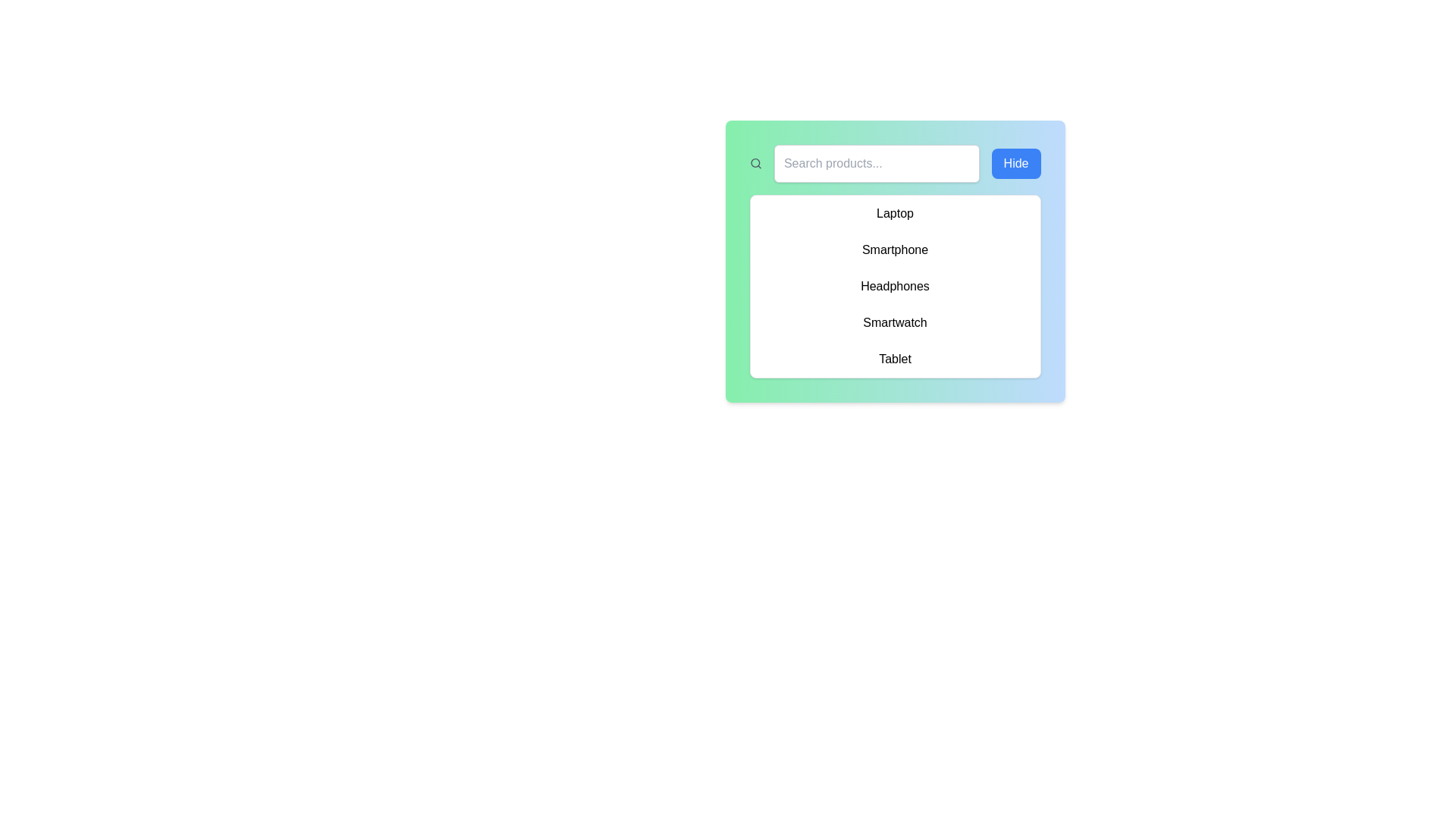  I want to click on the List Item displaying 'Headphones' in bold black font, so click(895, 287).